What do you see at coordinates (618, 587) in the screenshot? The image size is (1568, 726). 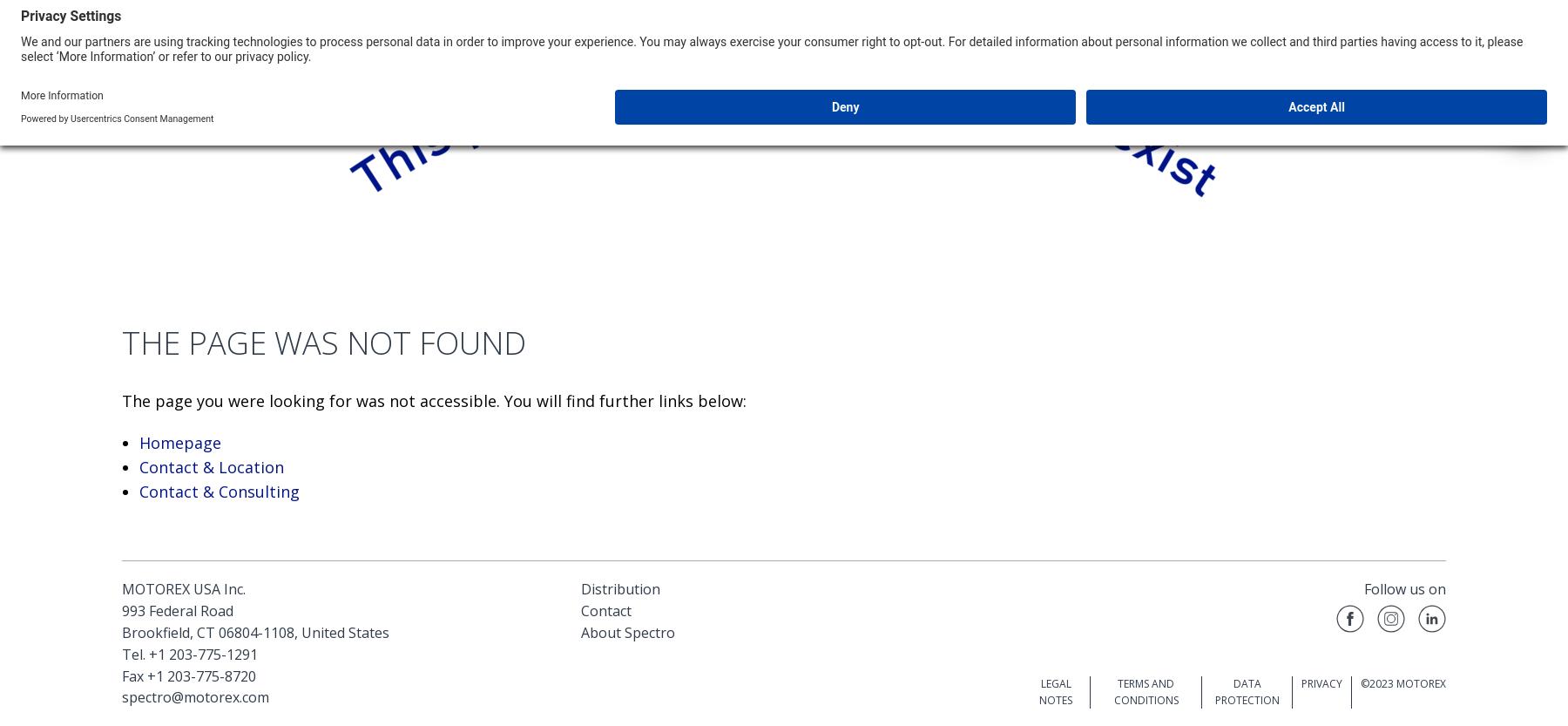 I see `'Distribution'` at bounding box center [618, 587].